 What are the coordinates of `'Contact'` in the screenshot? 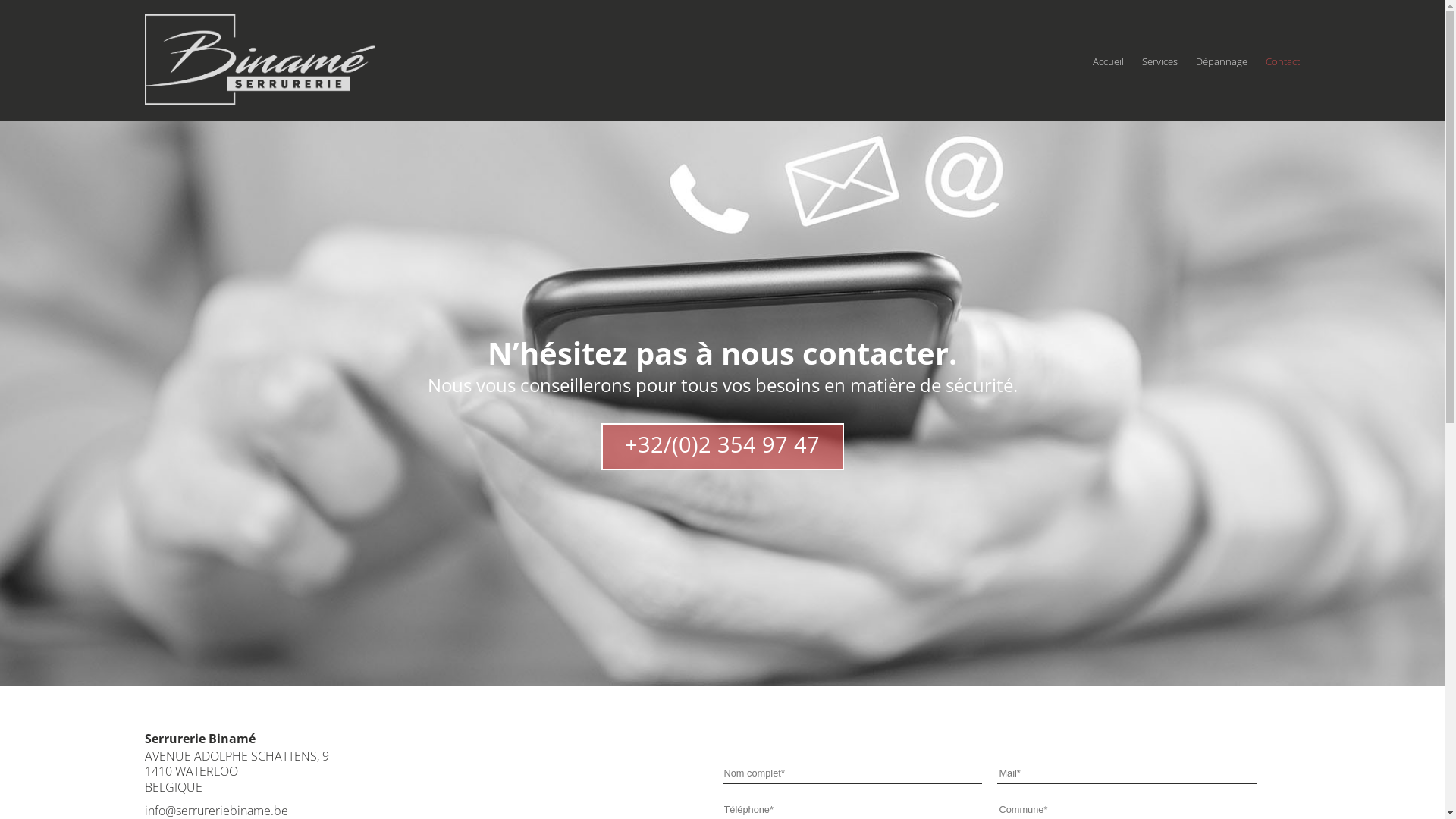 It's located at (1266, 61).